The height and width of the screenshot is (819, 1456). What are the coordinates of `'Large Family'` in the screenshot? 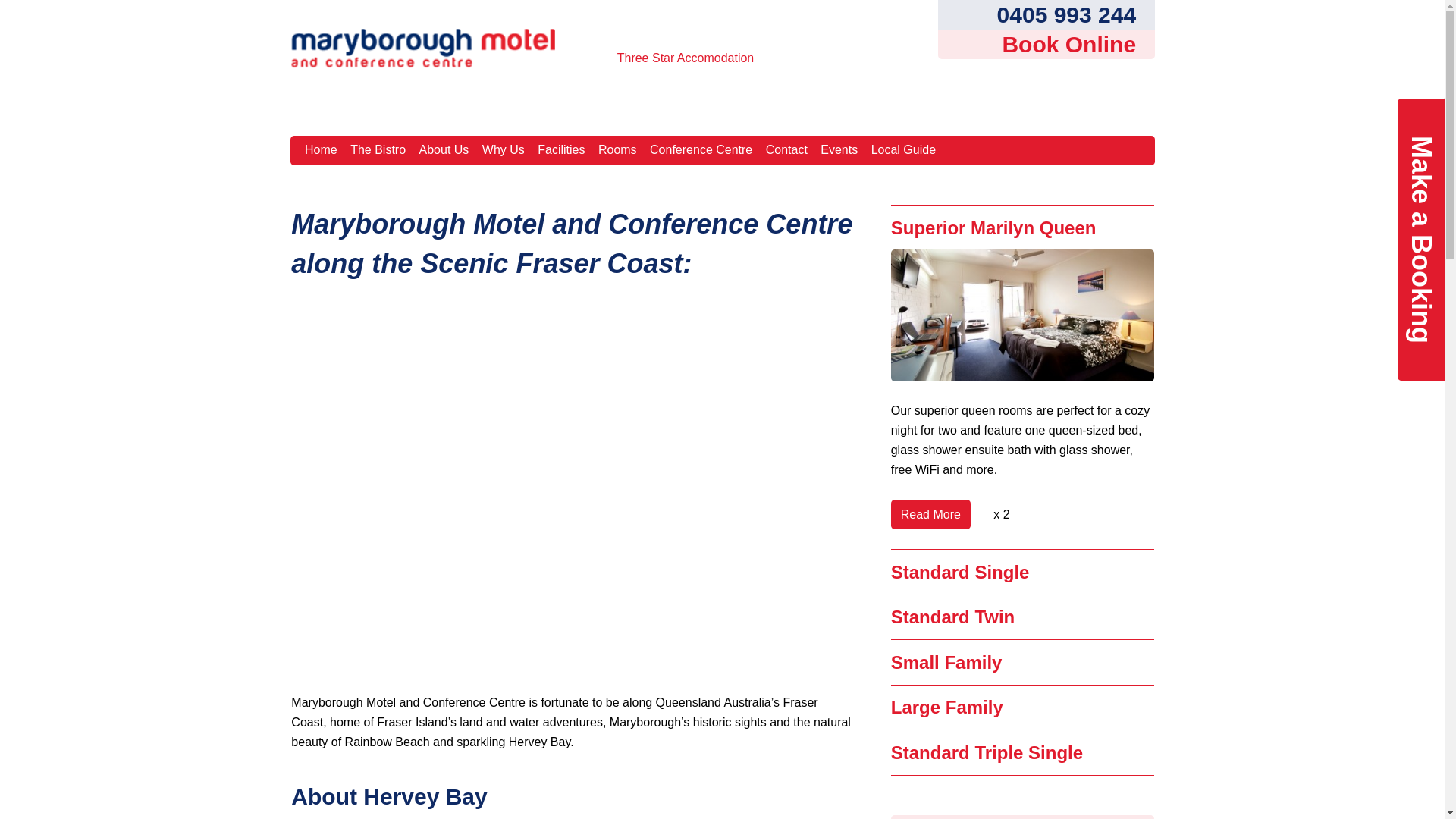 It's located at (946, 707).